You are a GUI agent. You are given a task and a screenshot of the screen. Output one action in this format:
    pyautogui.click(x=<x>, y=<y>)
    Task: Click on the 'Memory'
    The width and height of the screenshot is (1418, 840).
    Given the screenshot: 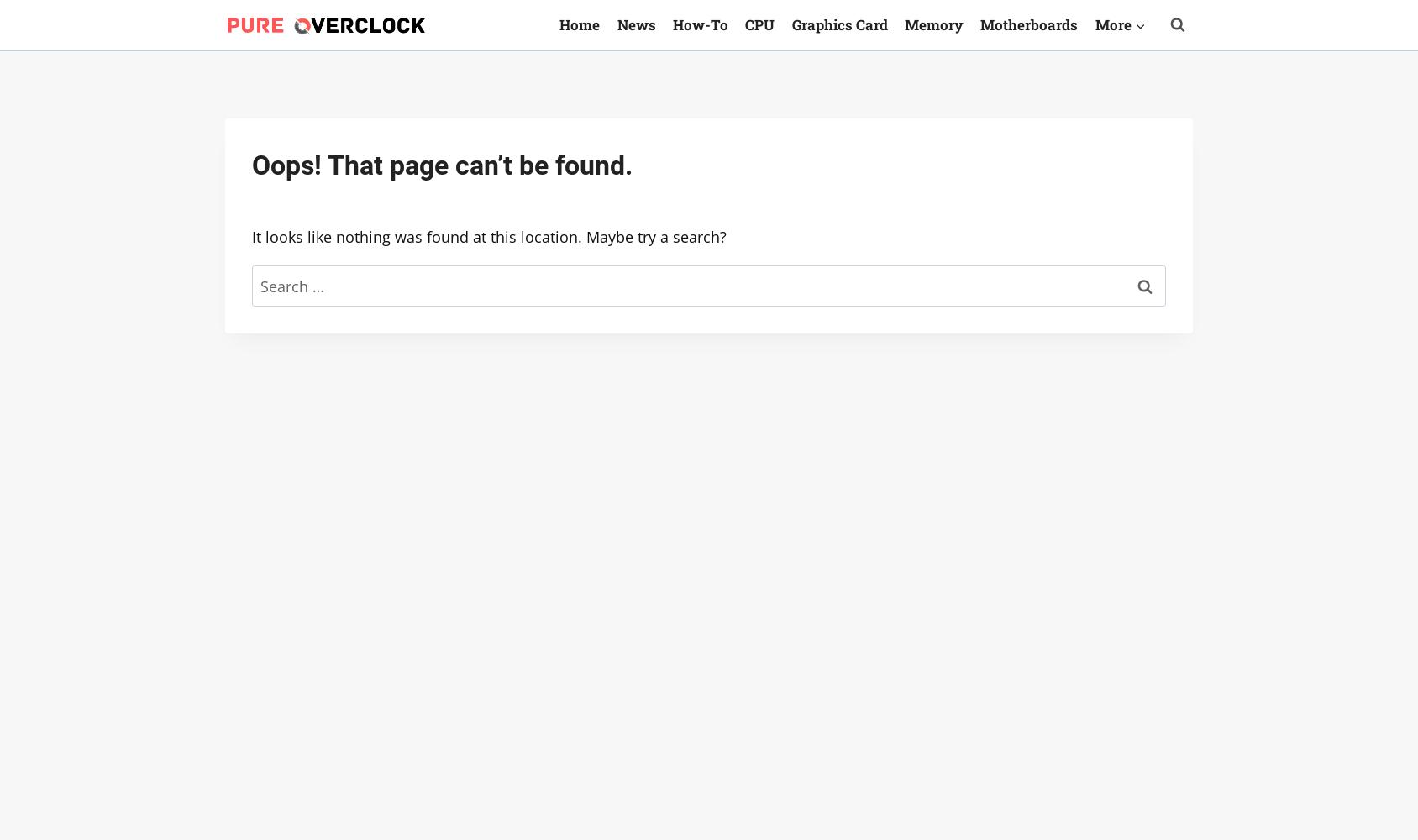 What is the action you would take?
    pyautogui.click(x=933, y=24)
    